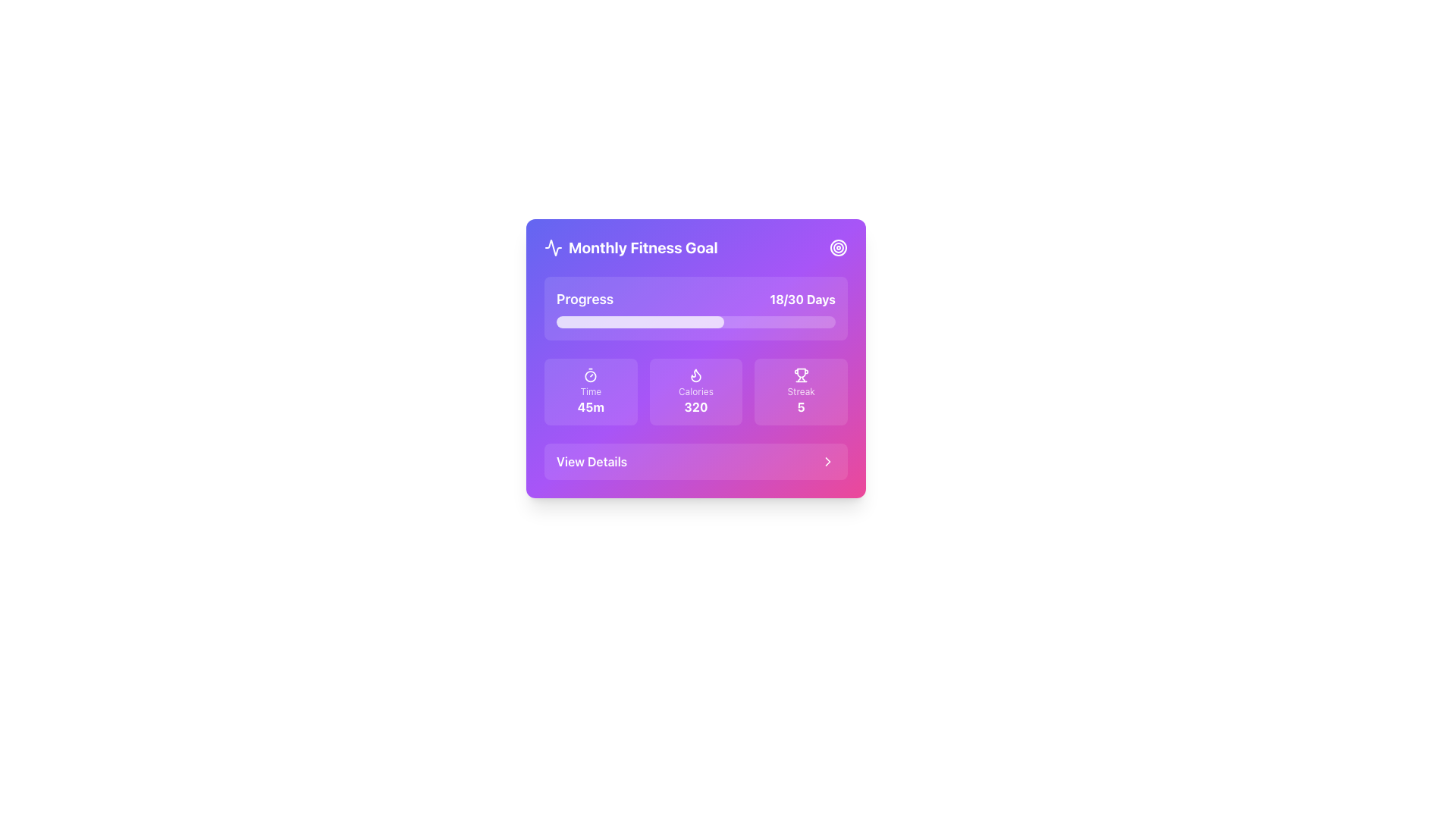  What do you see at coordinates (584, 299) in the screenshot?
I see `the text label reading 'Progress', which is styled in bold, white font and located at the top-left section of a purple rectangular card interface` at bounding box center [584, 299].